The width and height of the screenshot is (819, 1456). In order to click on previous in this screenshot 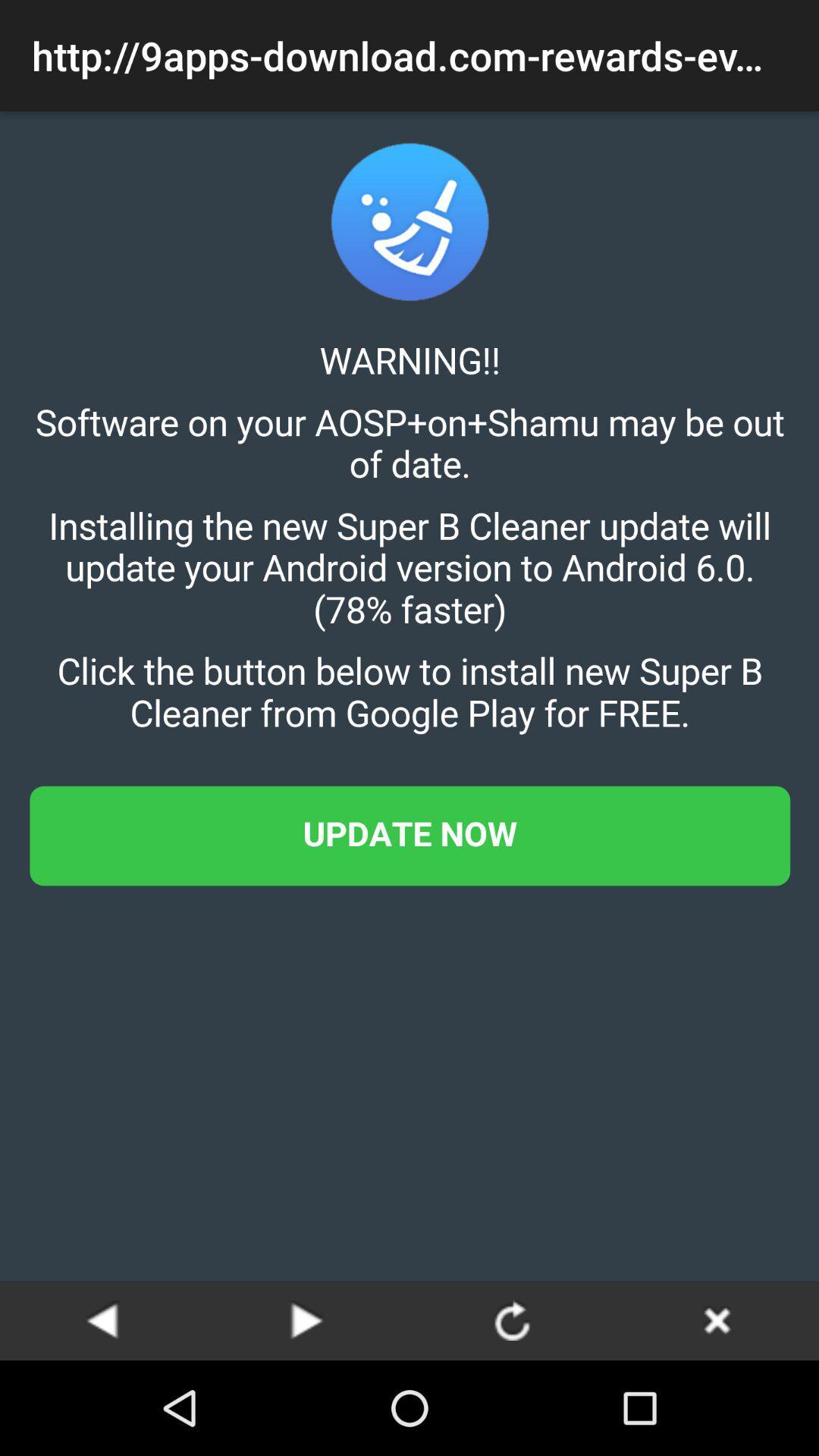, I will do `click(102, 1319)`.